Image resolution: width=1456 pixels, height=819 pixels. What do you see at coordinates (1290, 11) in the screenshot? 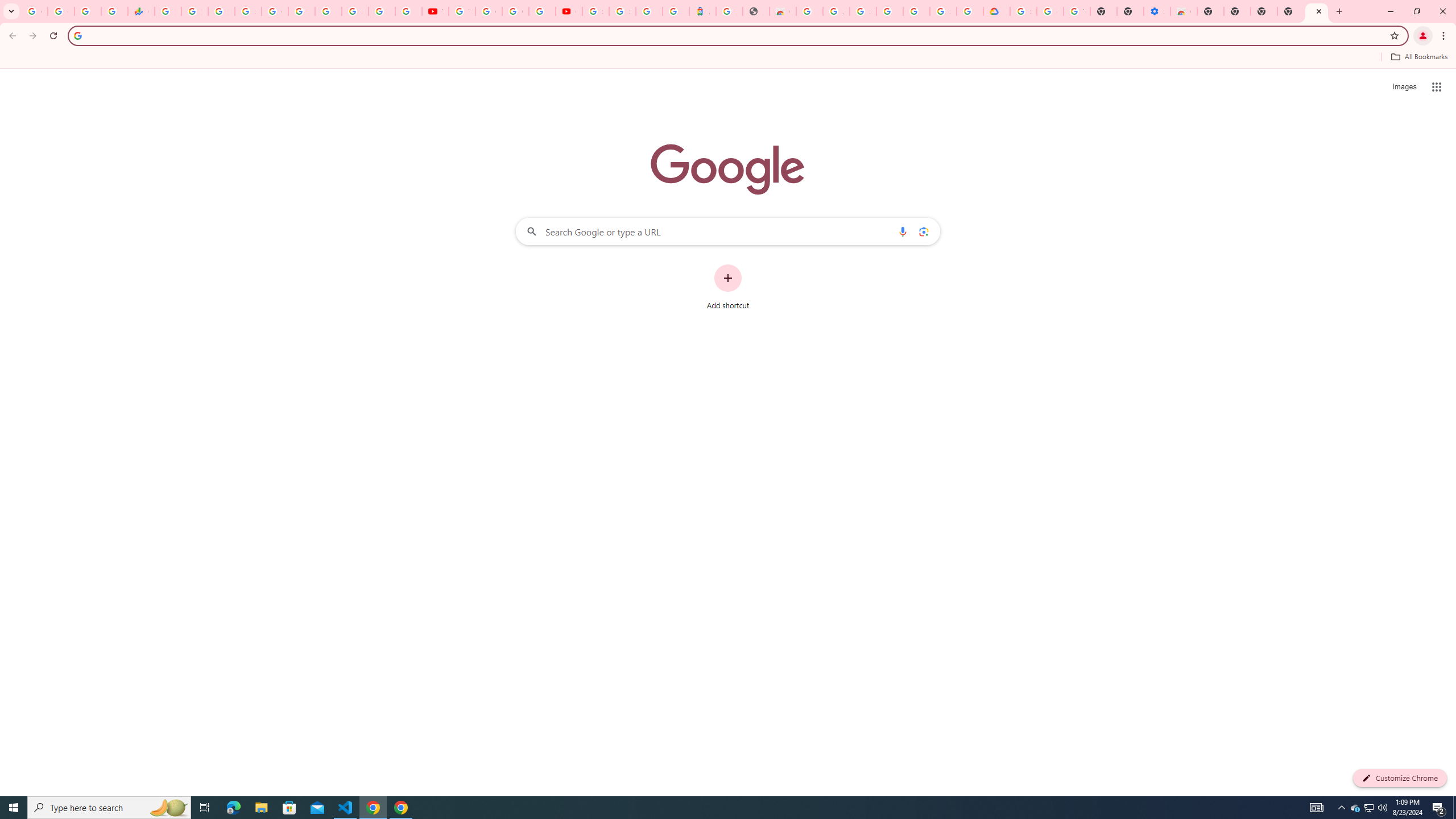
I see `'New Tab'` at bounding box center [1290, 11].